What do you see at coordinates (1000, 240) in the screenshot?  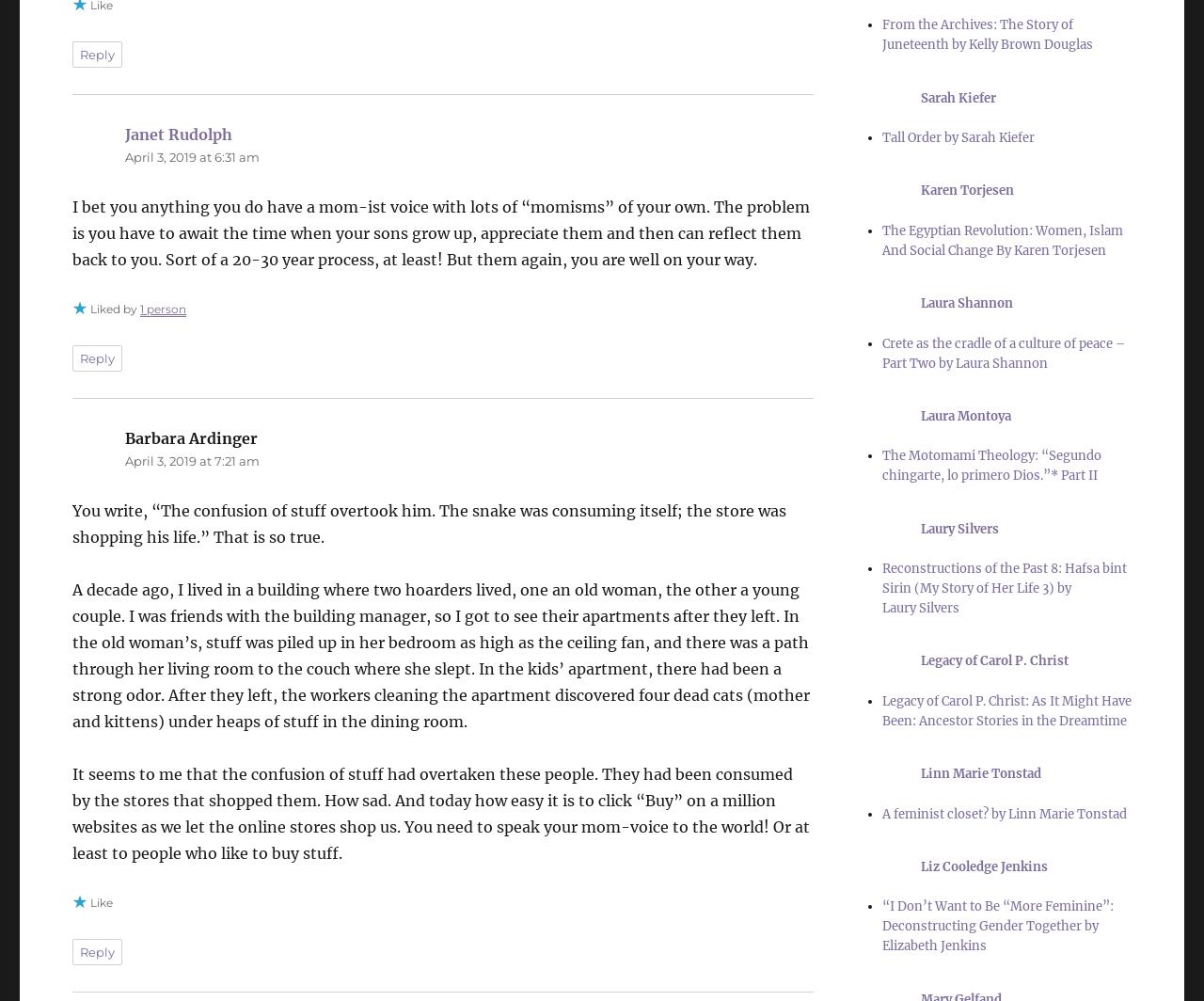 I see `'The Egyptian Revolution: Women, Islam And Social Change By Karen Torjesen'` at bounding box center [1000, 240].